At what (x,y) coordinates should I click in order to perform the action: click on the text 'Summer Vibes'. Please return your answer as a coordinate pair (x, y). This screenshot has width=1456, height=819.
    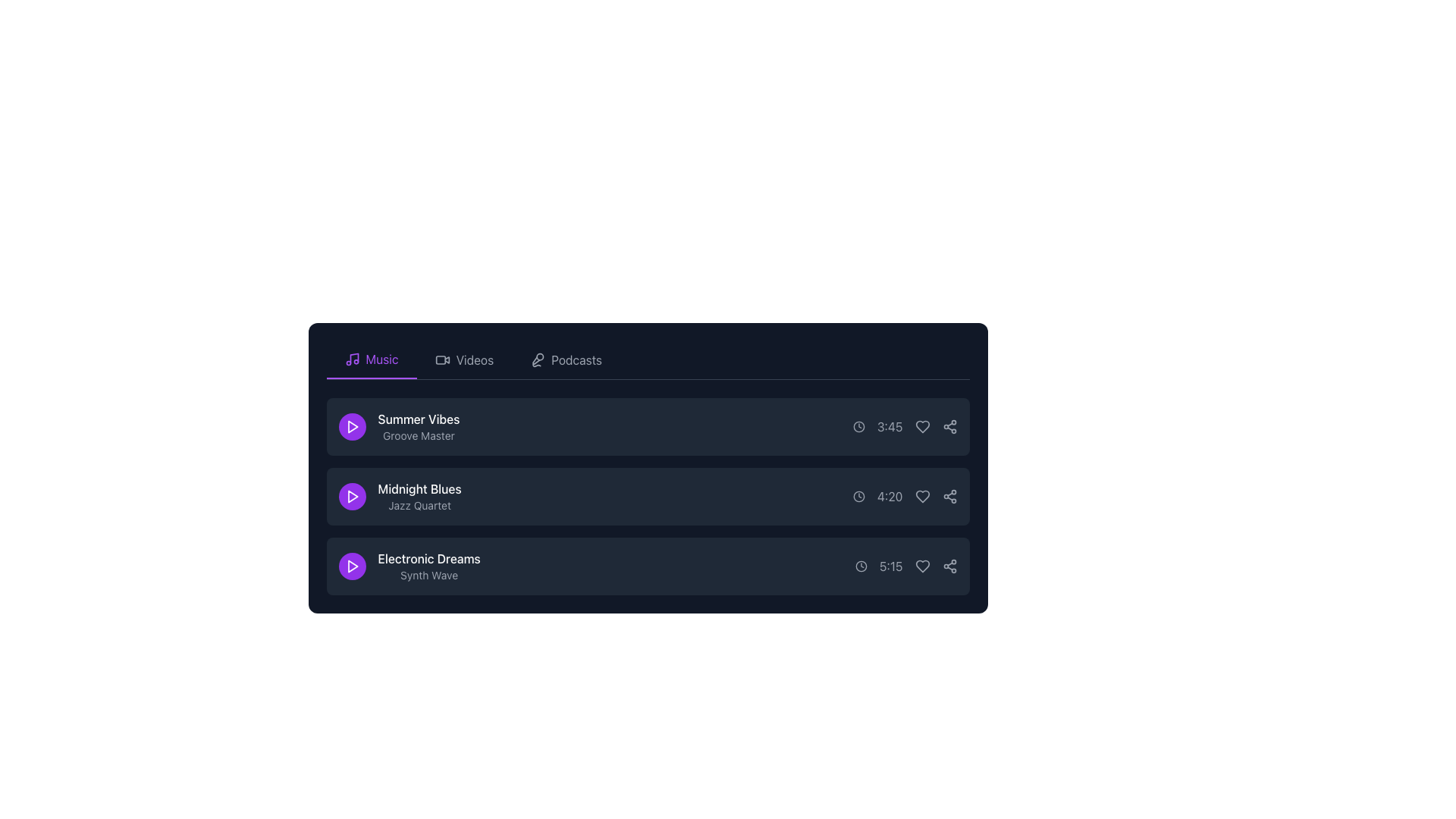
    Looking at the image, I should click on (399, 427).